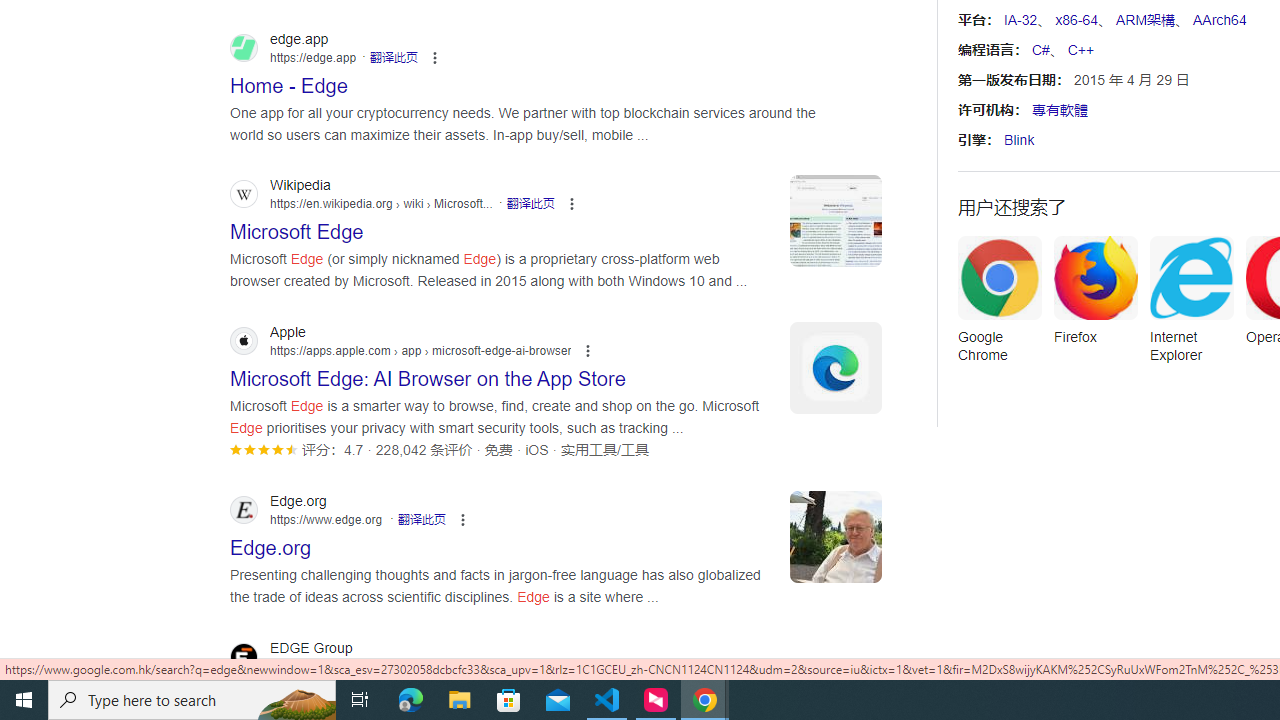  Describe the element at coordinates (1020, 20) in the screenshot. I see `'IA-32'` at that location.